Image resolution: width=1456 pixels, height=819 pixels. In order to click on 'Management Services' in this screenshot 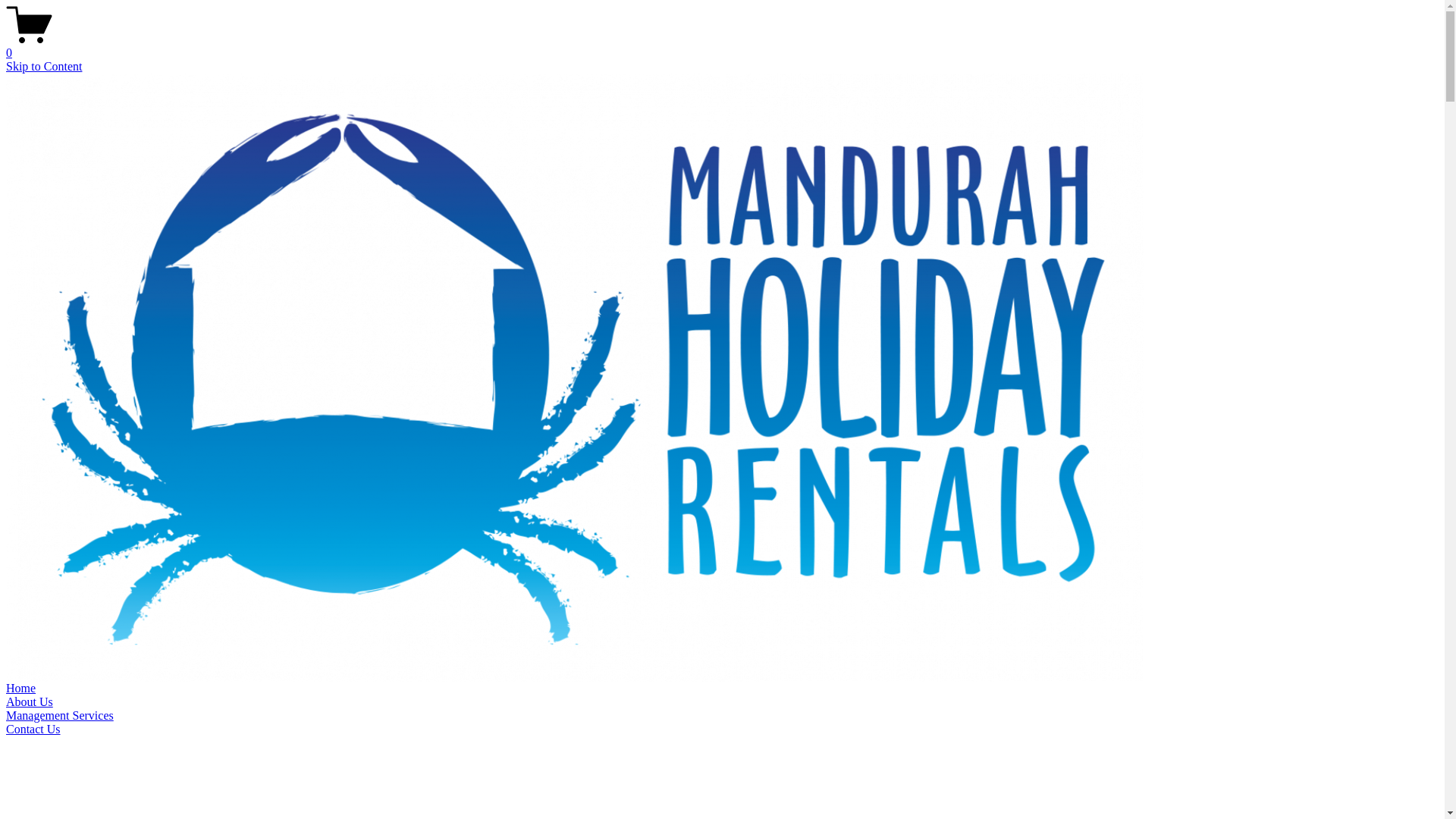, I will do `click(59, 715)`.